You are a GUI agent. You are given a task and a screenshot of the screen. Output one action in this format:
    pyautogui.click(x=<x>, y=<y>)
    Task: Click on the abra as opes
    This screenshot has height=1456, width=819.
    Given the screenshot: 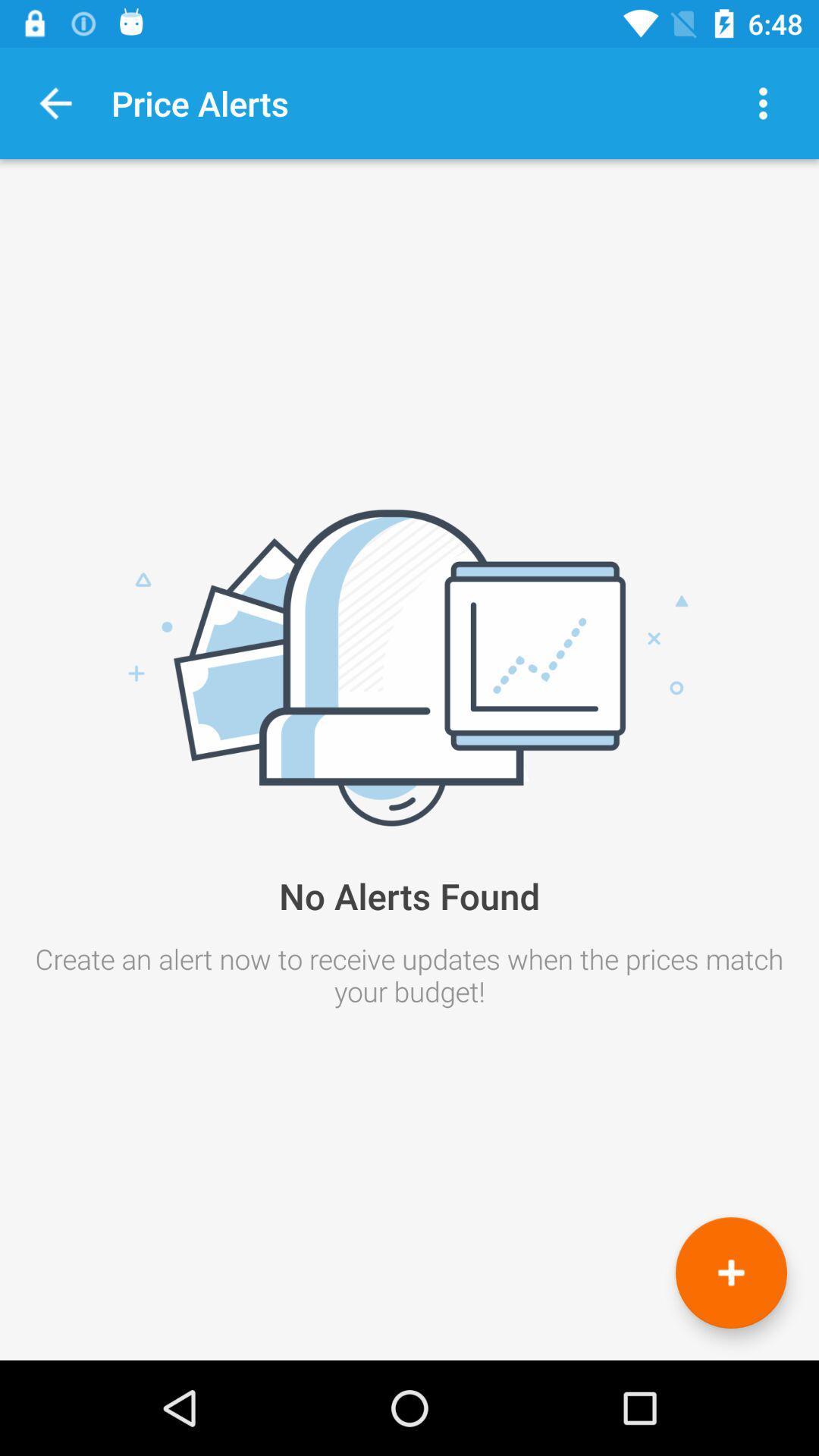 What is the action you would take?
    pyautogui.click(x=763, y=102)
    